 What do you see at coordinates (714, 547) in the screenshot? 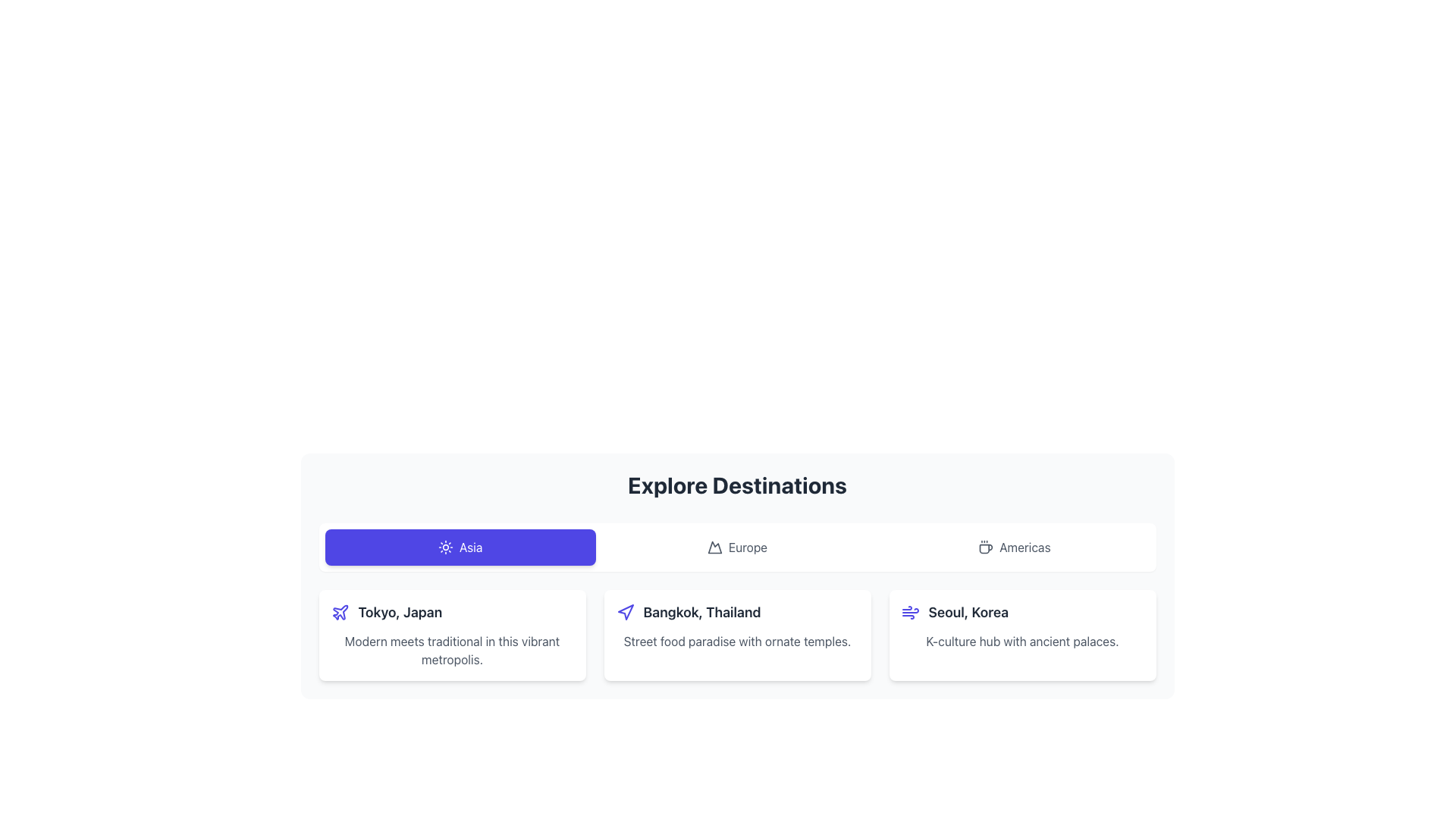
I see `the 'Europe' tab icon located in the middle section of the navigation menu` at bounding box center [714, 547].